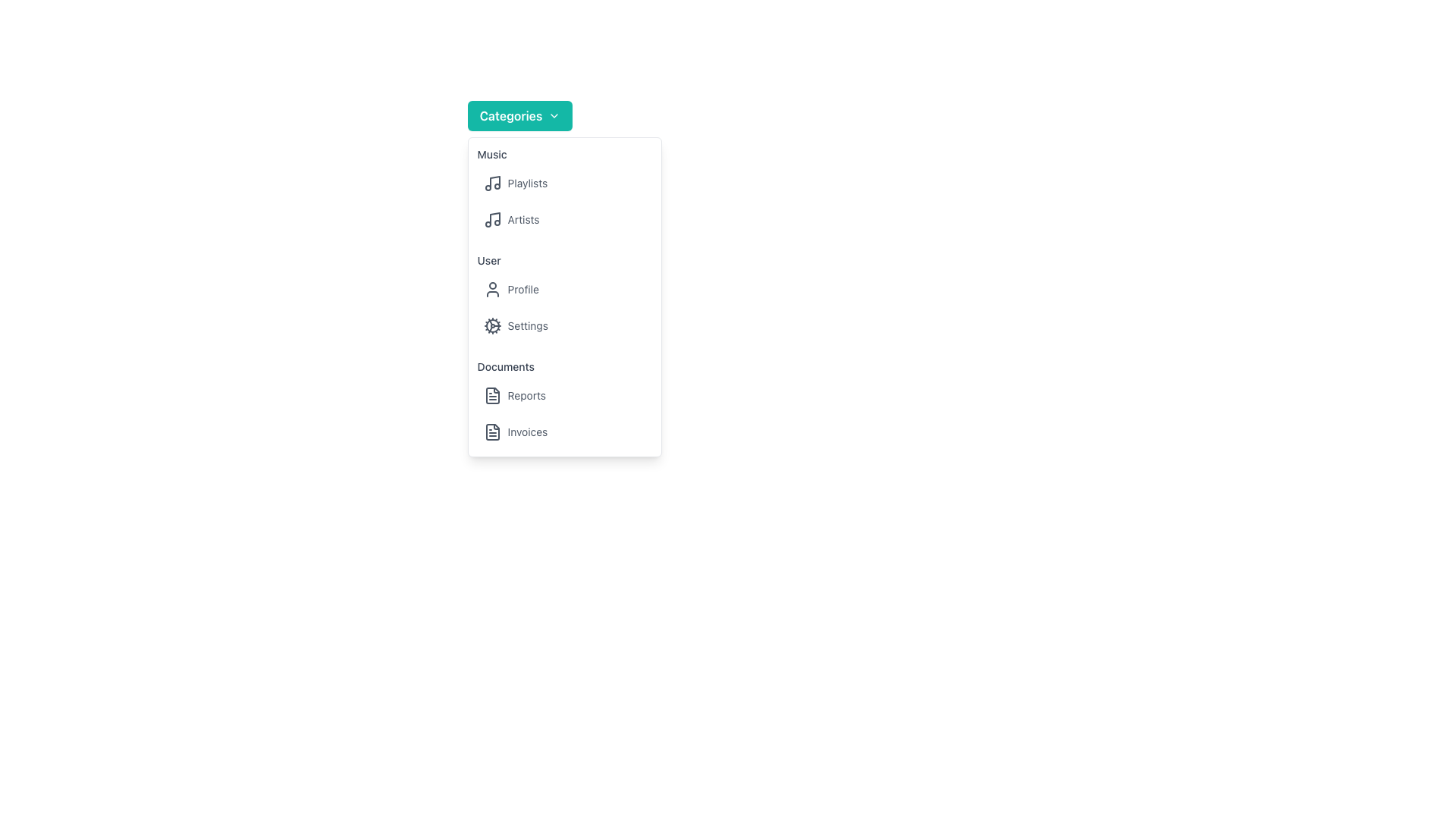 The height and width of the screenshot is (819, 1456). I want to click on the Chevron or dropdown indicator icon located to the right of the 'Categories' button, so click(554, 115).